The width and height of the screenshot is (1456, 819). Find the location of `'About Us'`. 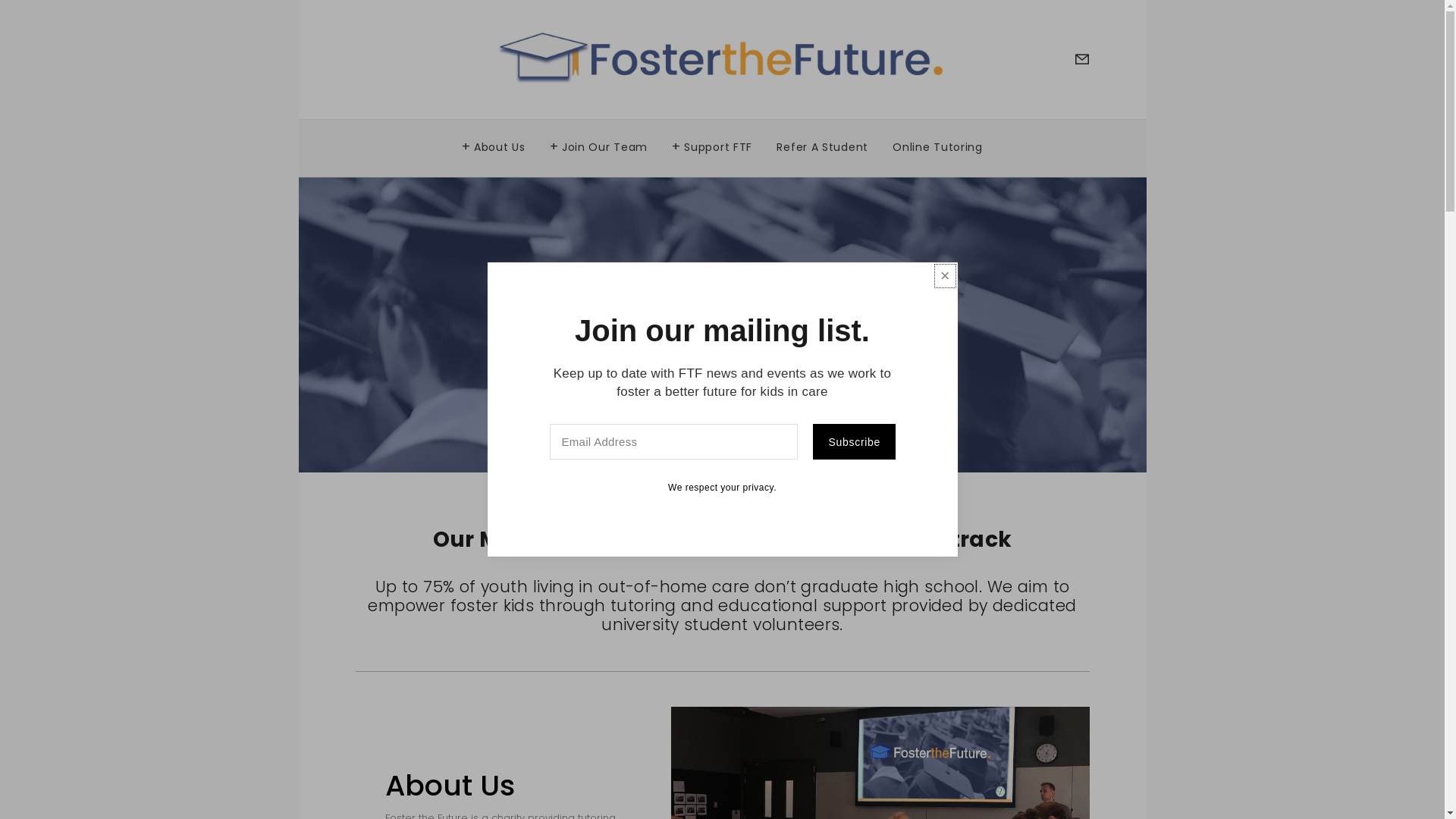

'About Us' is located at coordinates (494, 143).